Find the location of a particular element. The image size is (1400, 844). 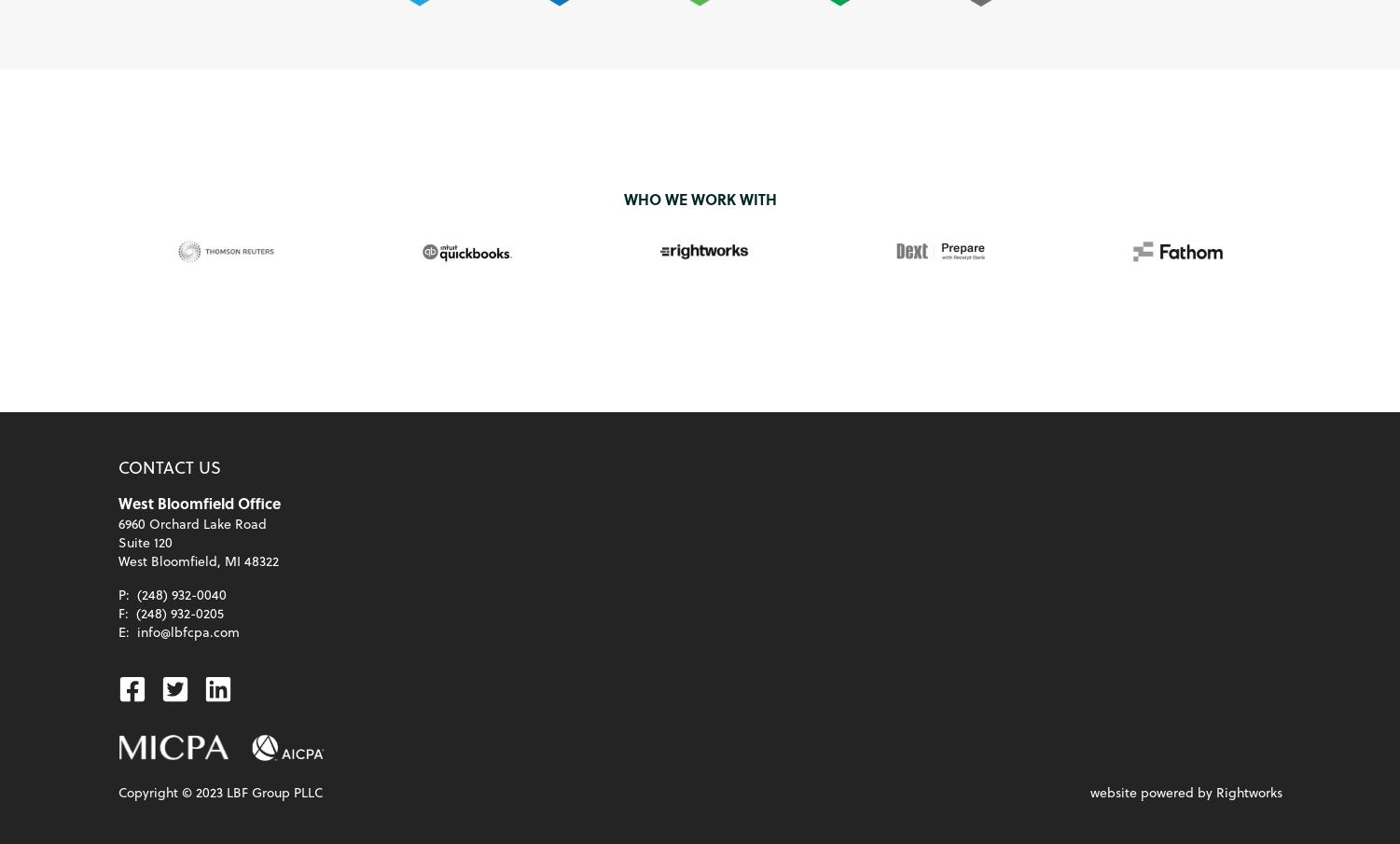

'e:' is located at coordinates (116, 631).